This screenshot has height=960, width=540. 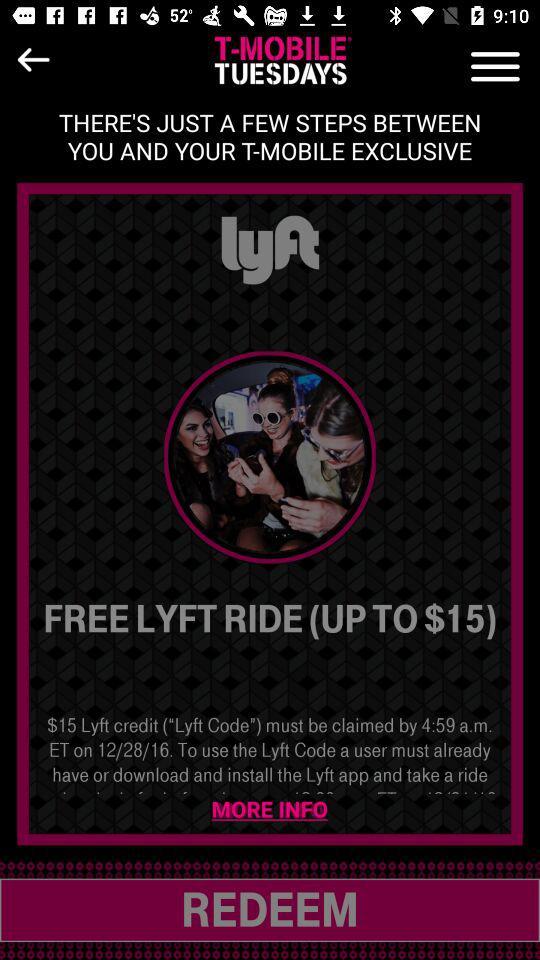 I want to click on the image below lyft, so click(x=270, y=457).